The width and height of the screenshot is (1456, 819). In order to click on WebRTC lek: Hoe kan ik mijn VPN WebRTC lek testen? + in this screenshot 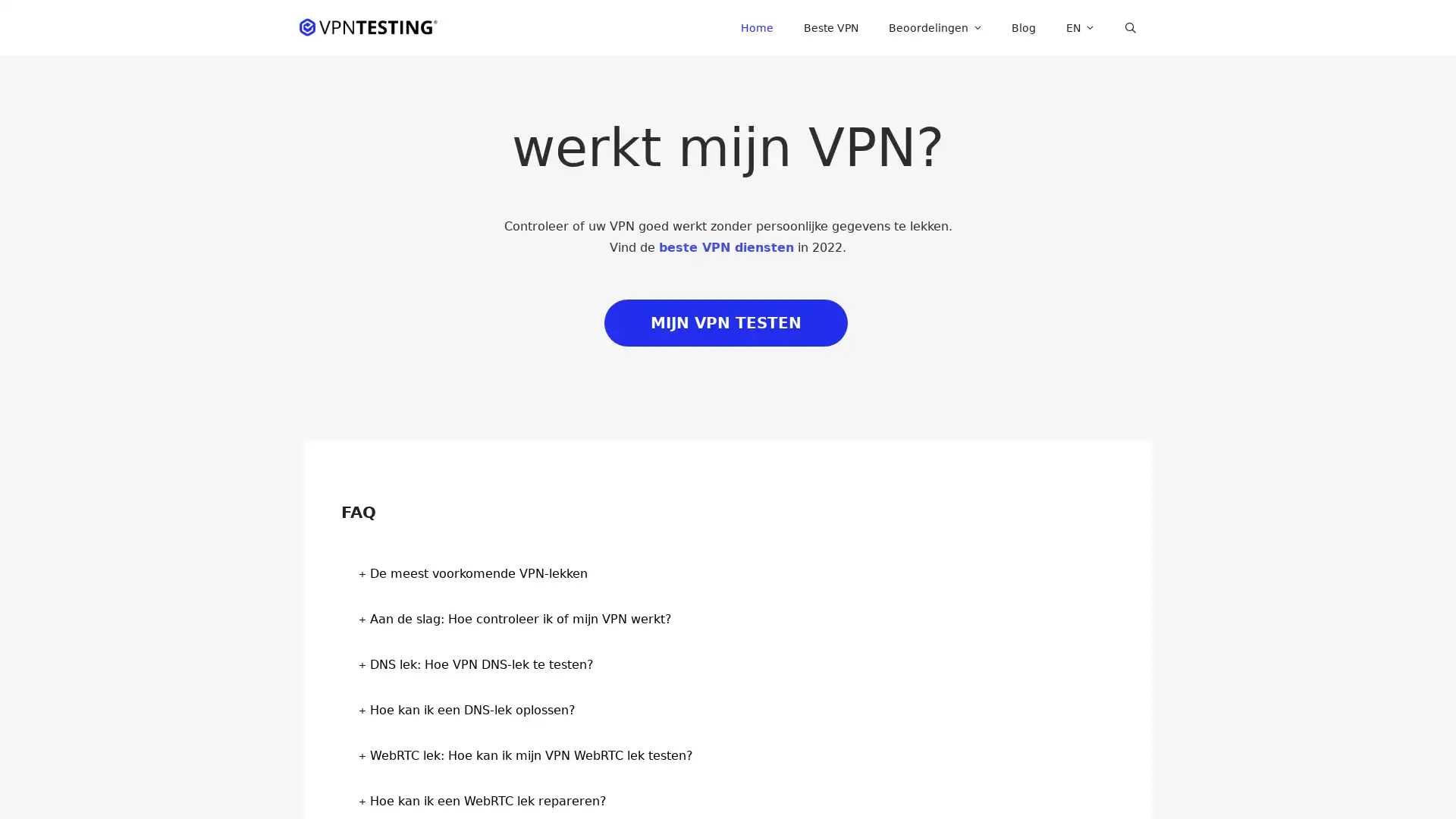, I will do `click(728, 755)`.